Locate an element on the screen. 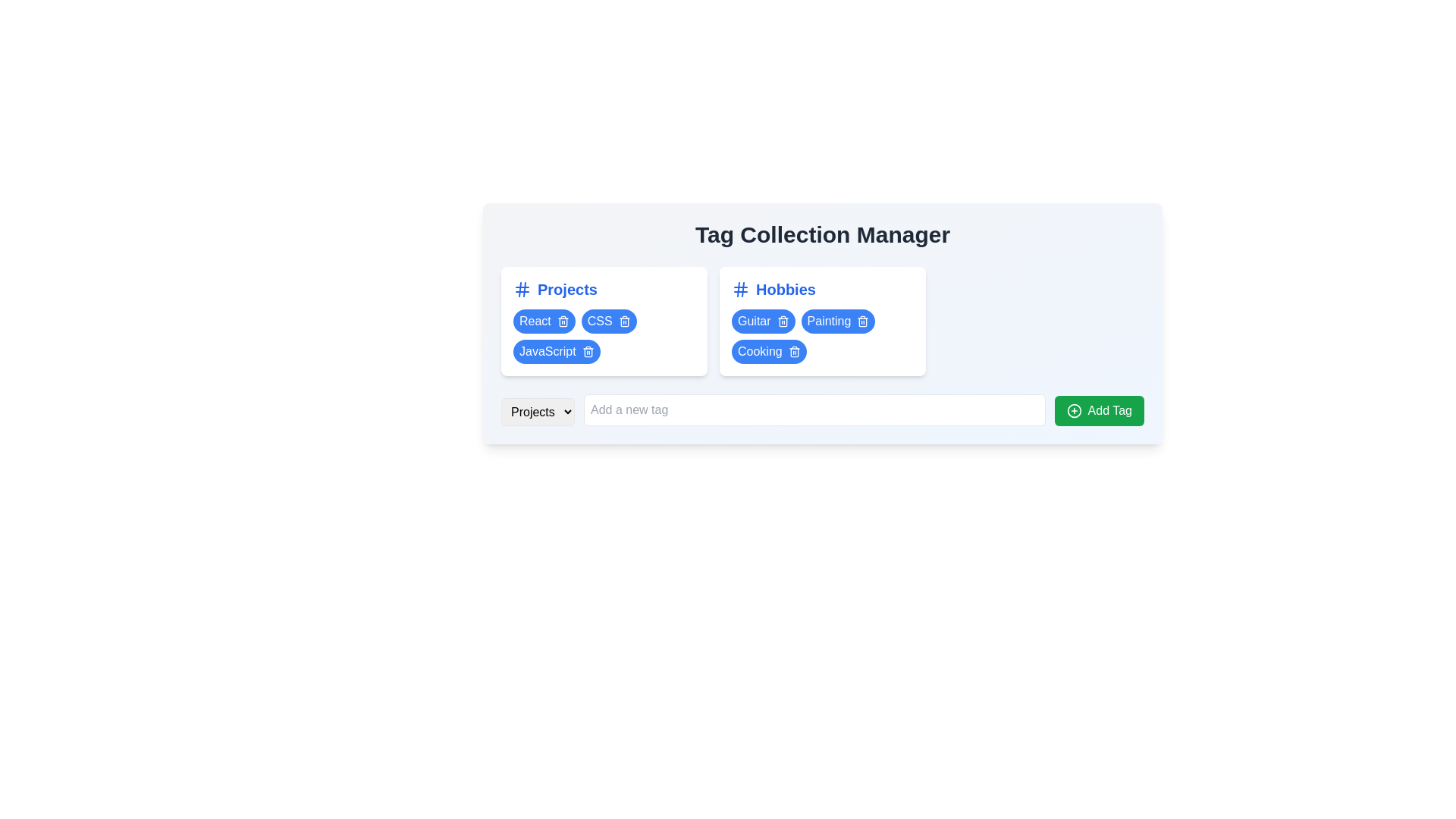  the button that allows users to add a new tag to the list is located at coordinates (1099, 411).